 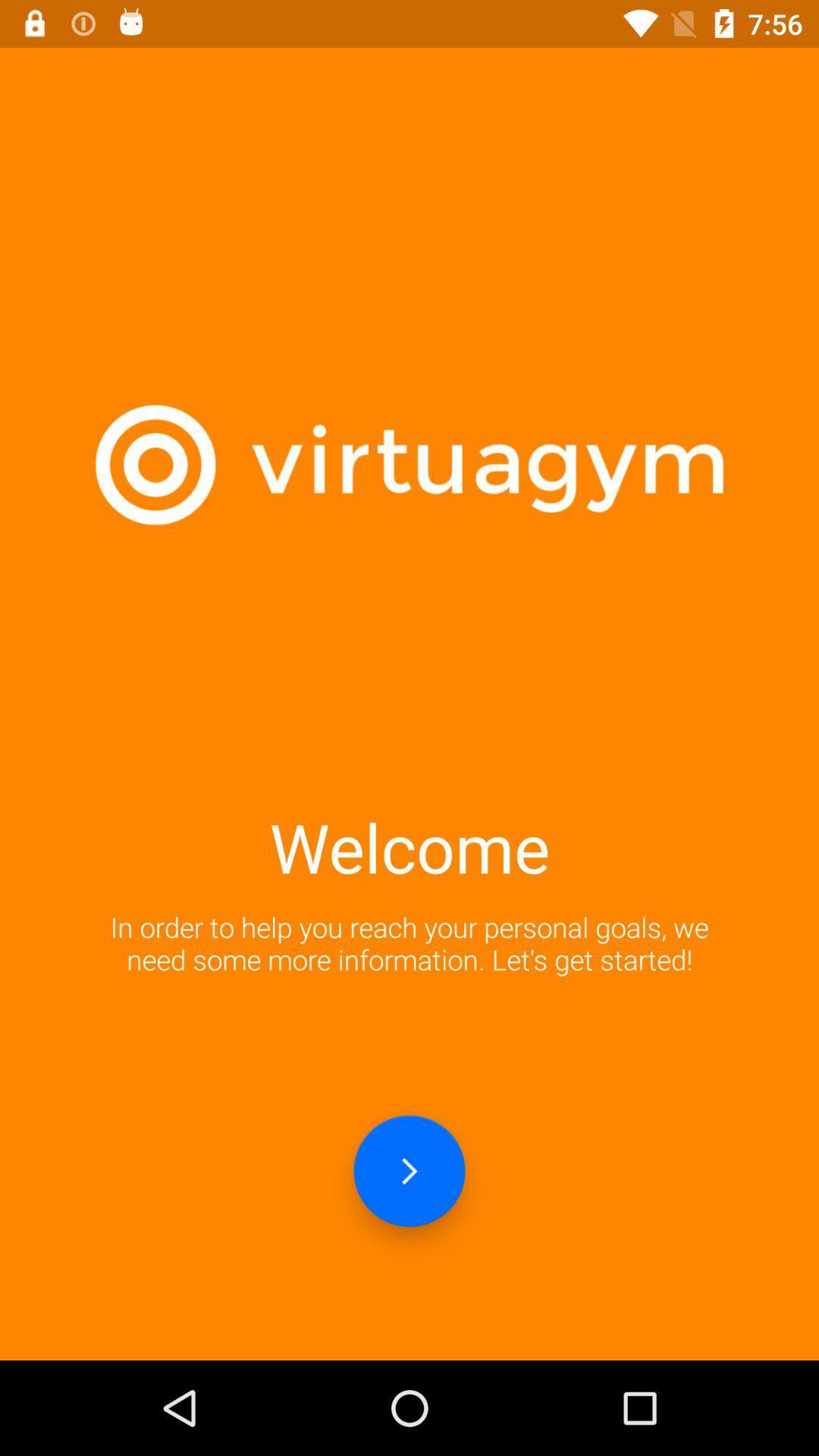 I want to click on next, so click(x=409, y=1170).